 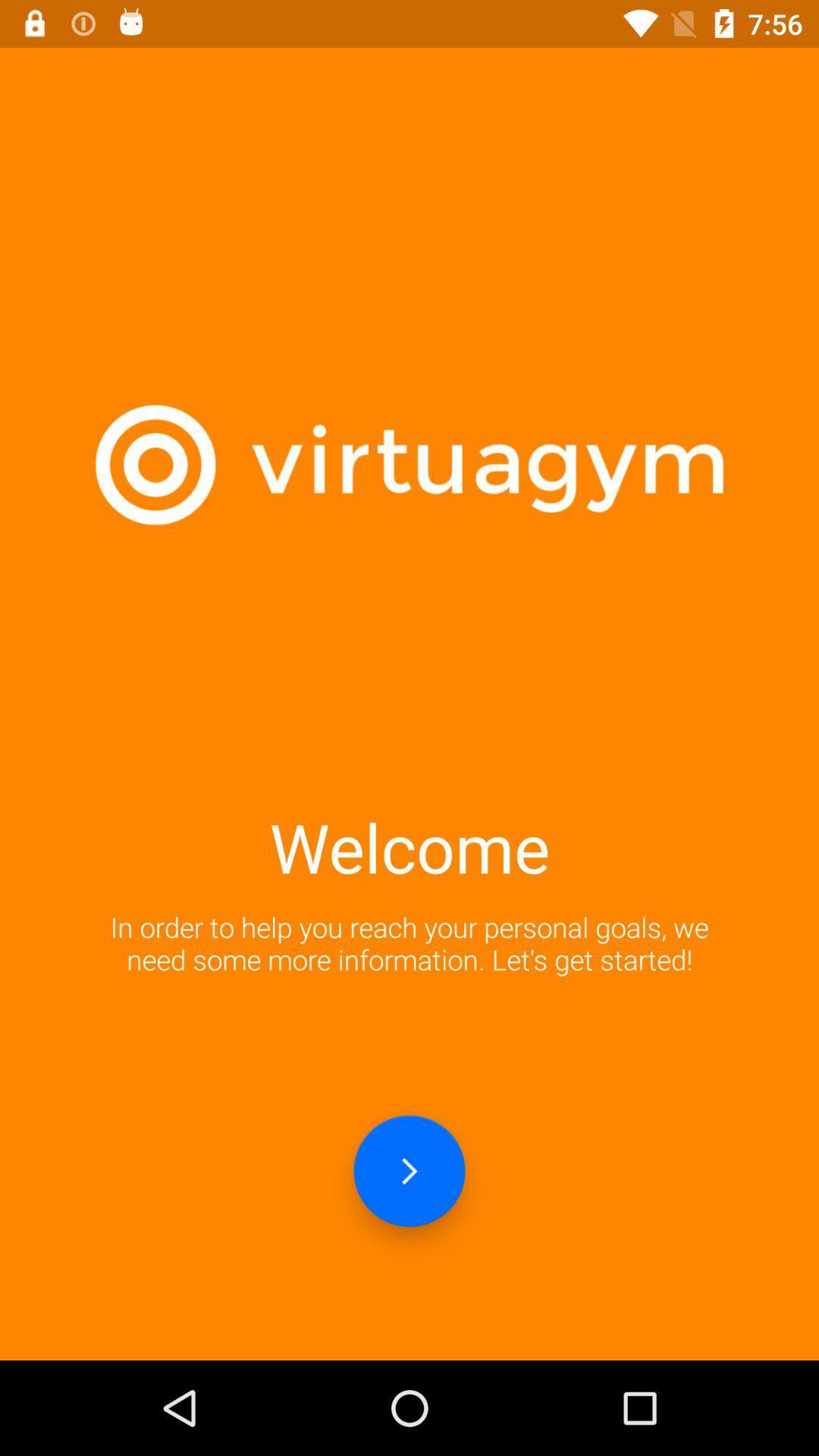 I want to click on next, so click(x=409, y=1170).